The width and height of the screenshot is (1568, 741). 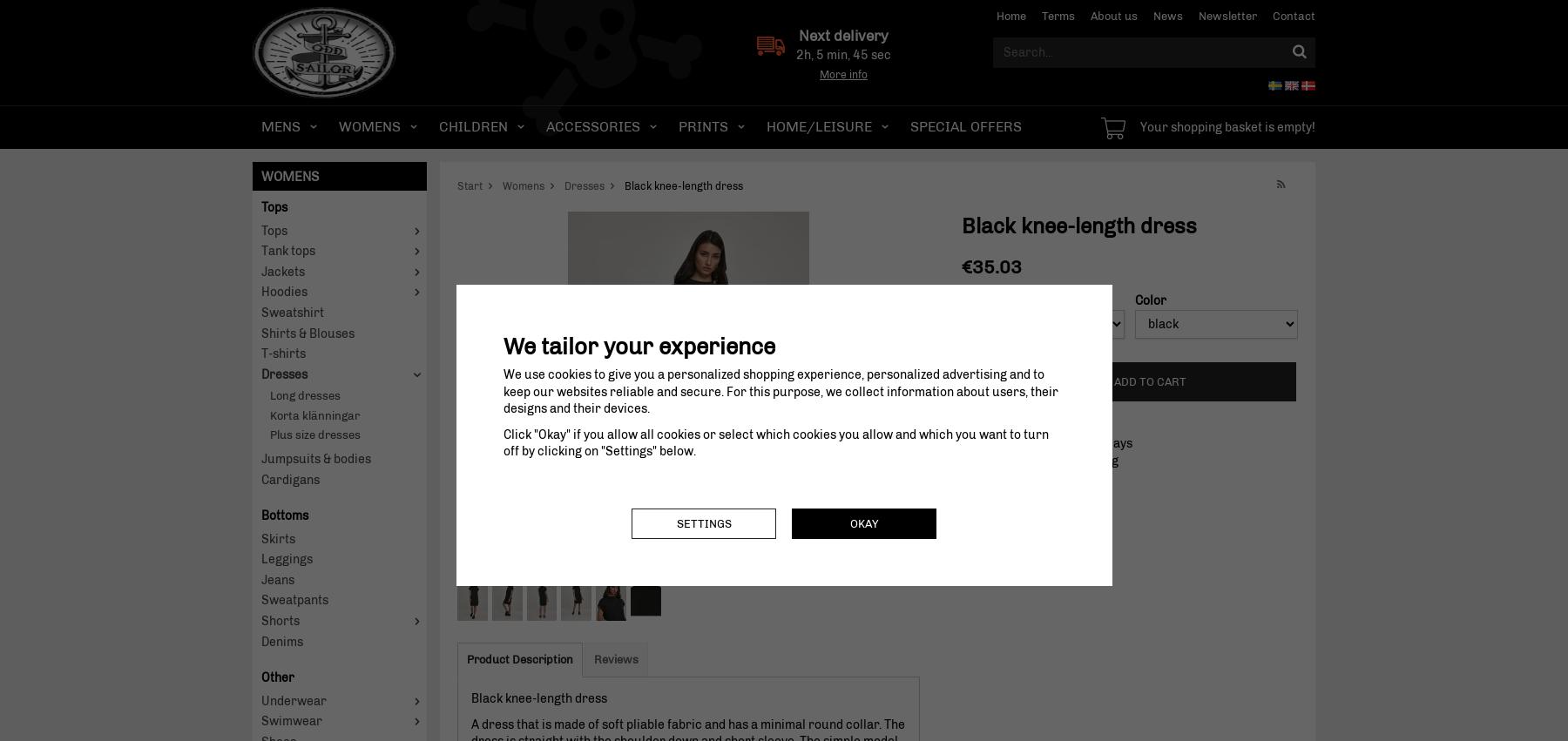 What do you see at coordinates (260, 291) in the screenshot?
I see `'Hoodies'` at bounding box center [260, 291].